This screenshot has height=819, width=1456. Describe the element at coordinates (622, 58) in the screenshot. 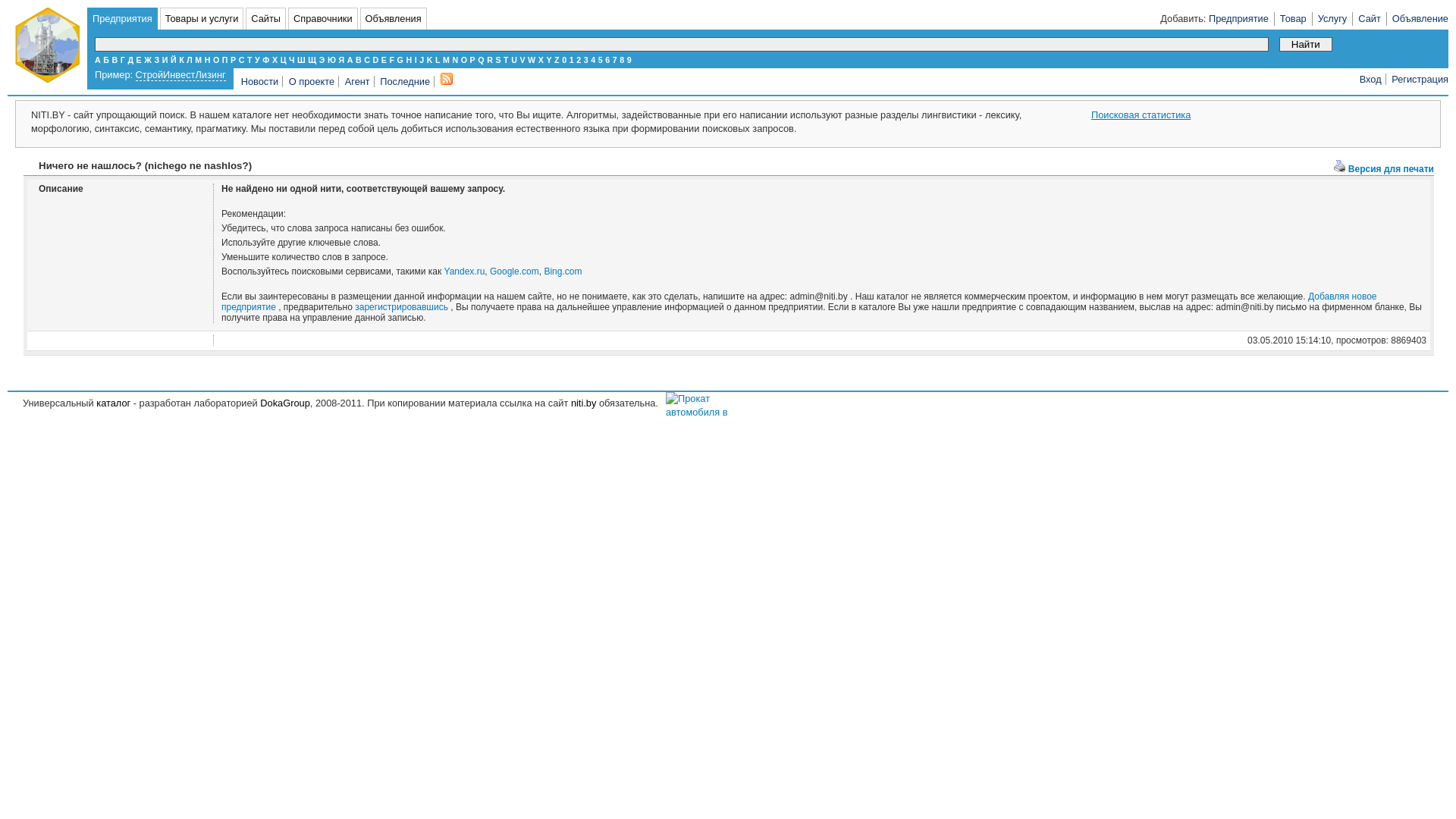

I see `'8'` at that location.